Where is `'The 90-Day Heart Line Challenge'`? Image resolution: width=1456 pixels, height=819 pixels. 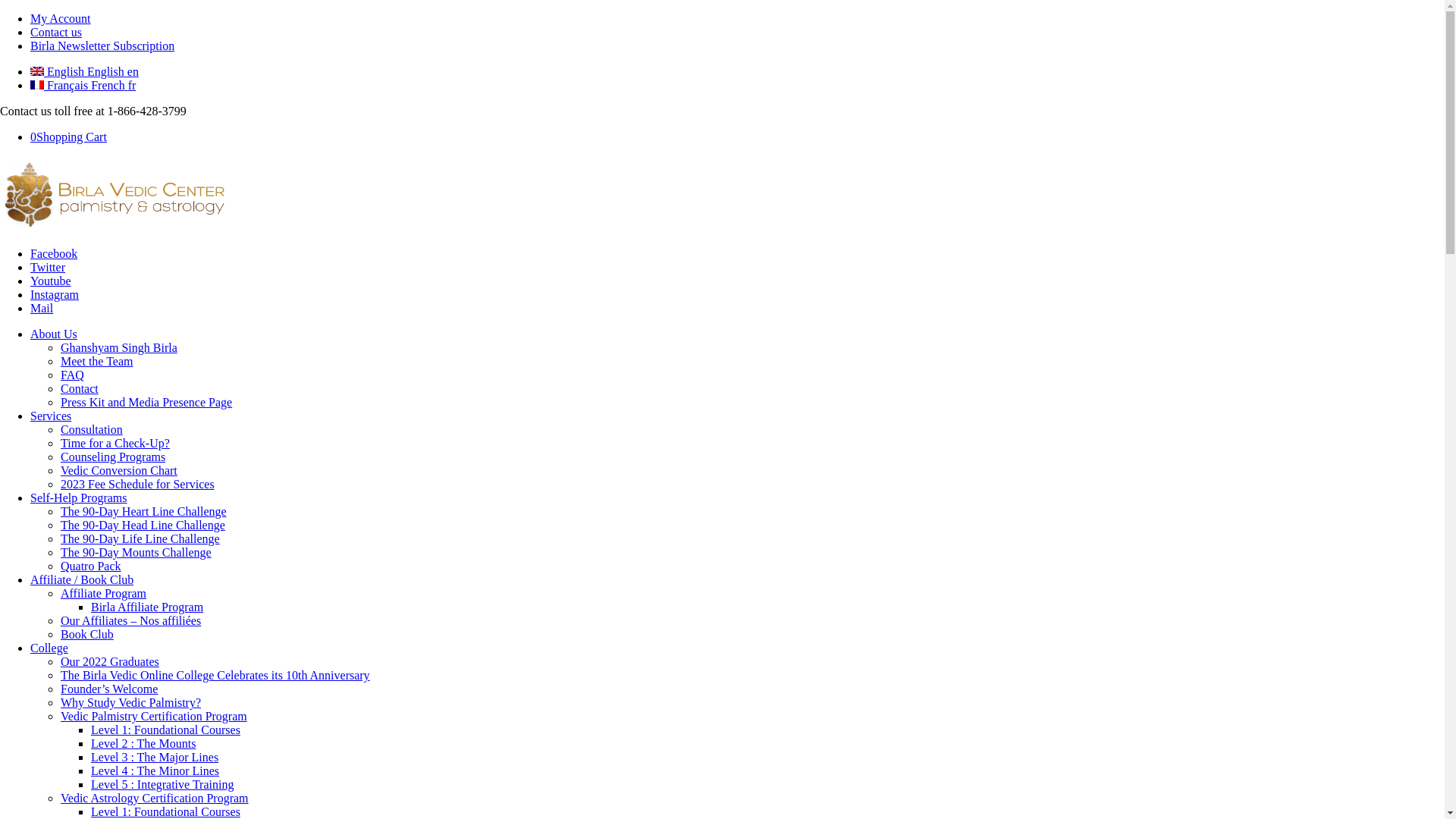
'The 90-Day Heart Line Challenge' is located at coordinates (61, 511).